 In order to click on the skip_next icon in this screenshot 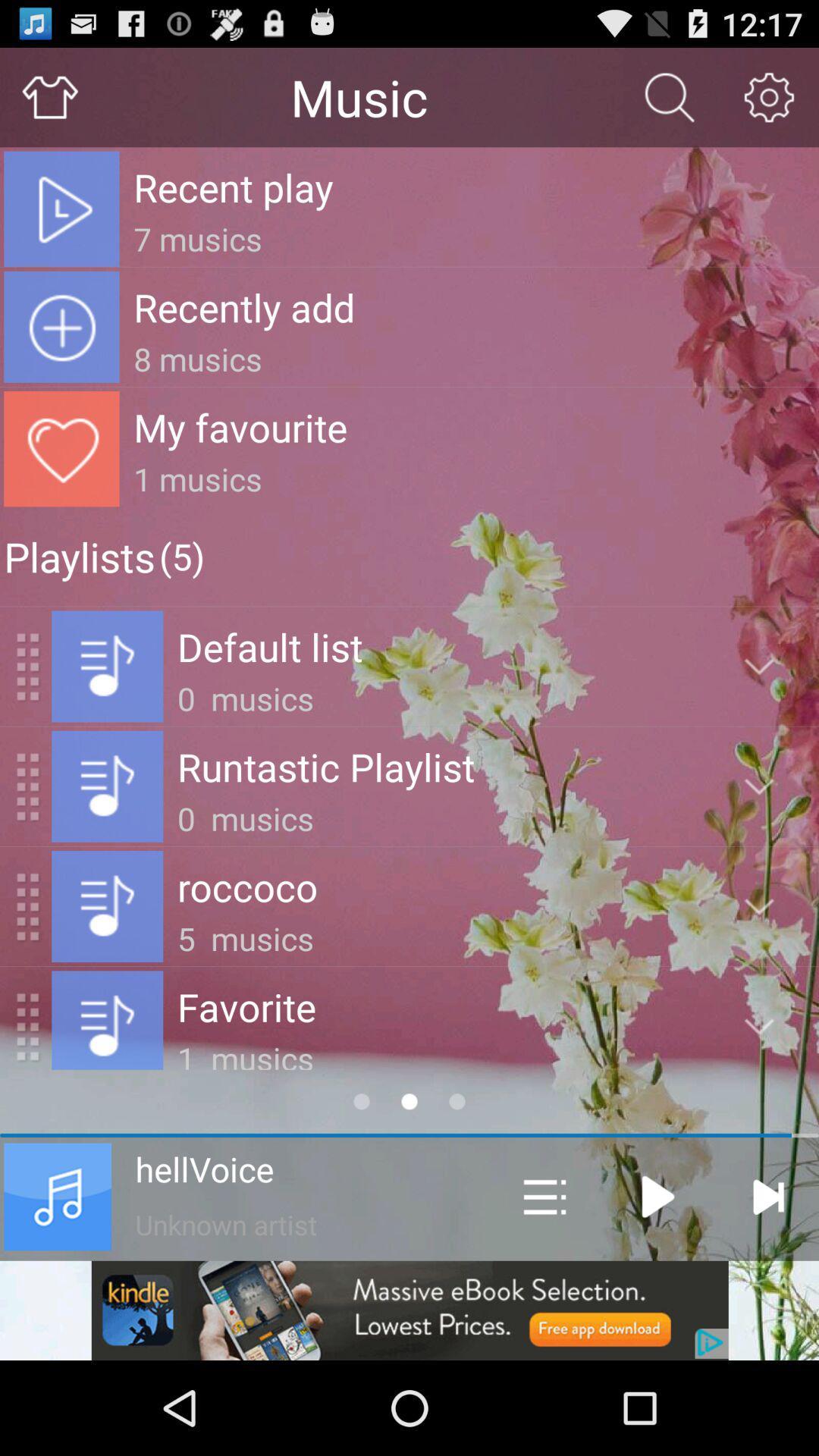, I will do `click(767, 1280)`.